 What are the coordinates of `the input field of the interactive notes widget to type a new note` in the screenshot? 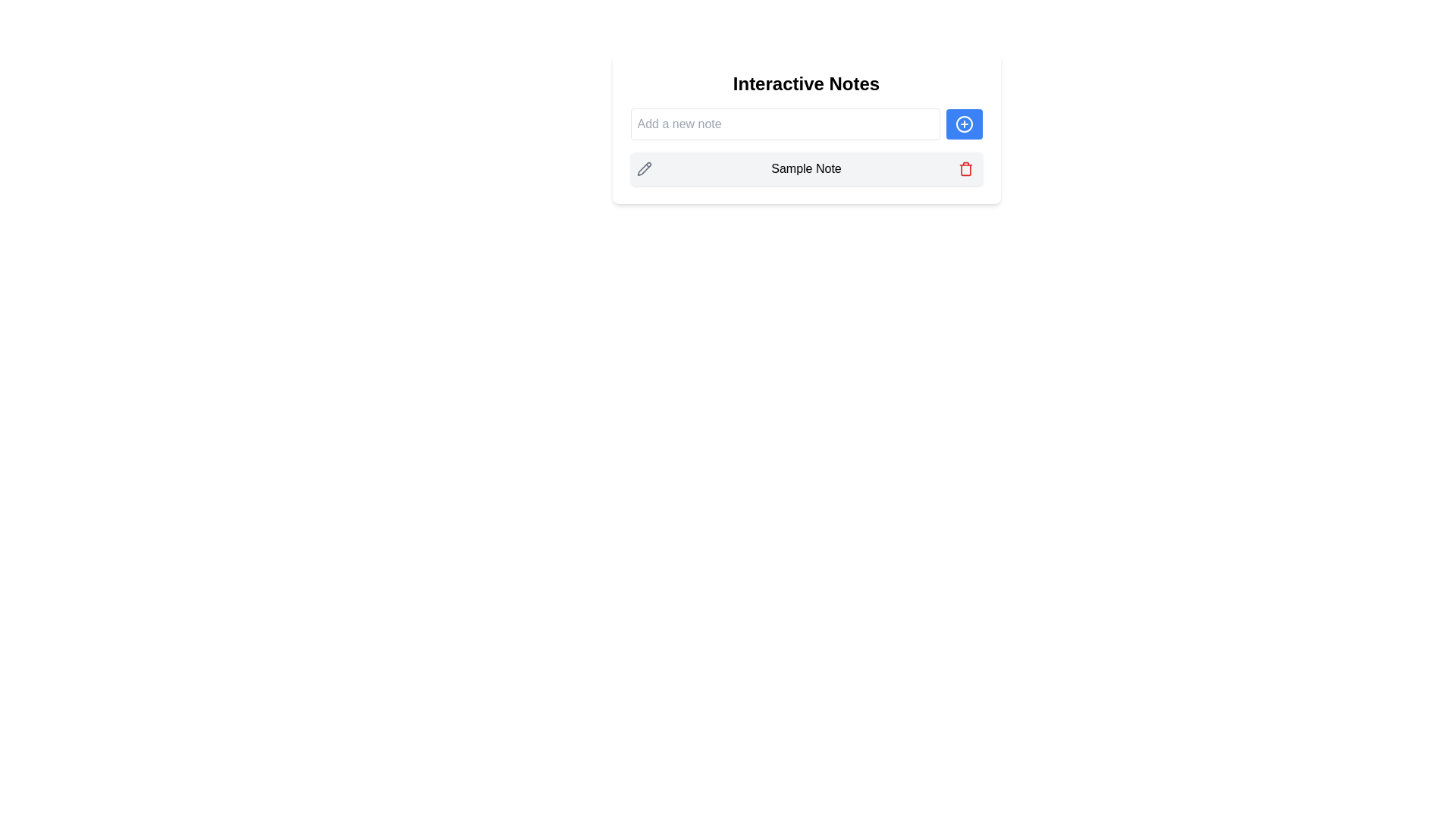 It's located at (805, 127).